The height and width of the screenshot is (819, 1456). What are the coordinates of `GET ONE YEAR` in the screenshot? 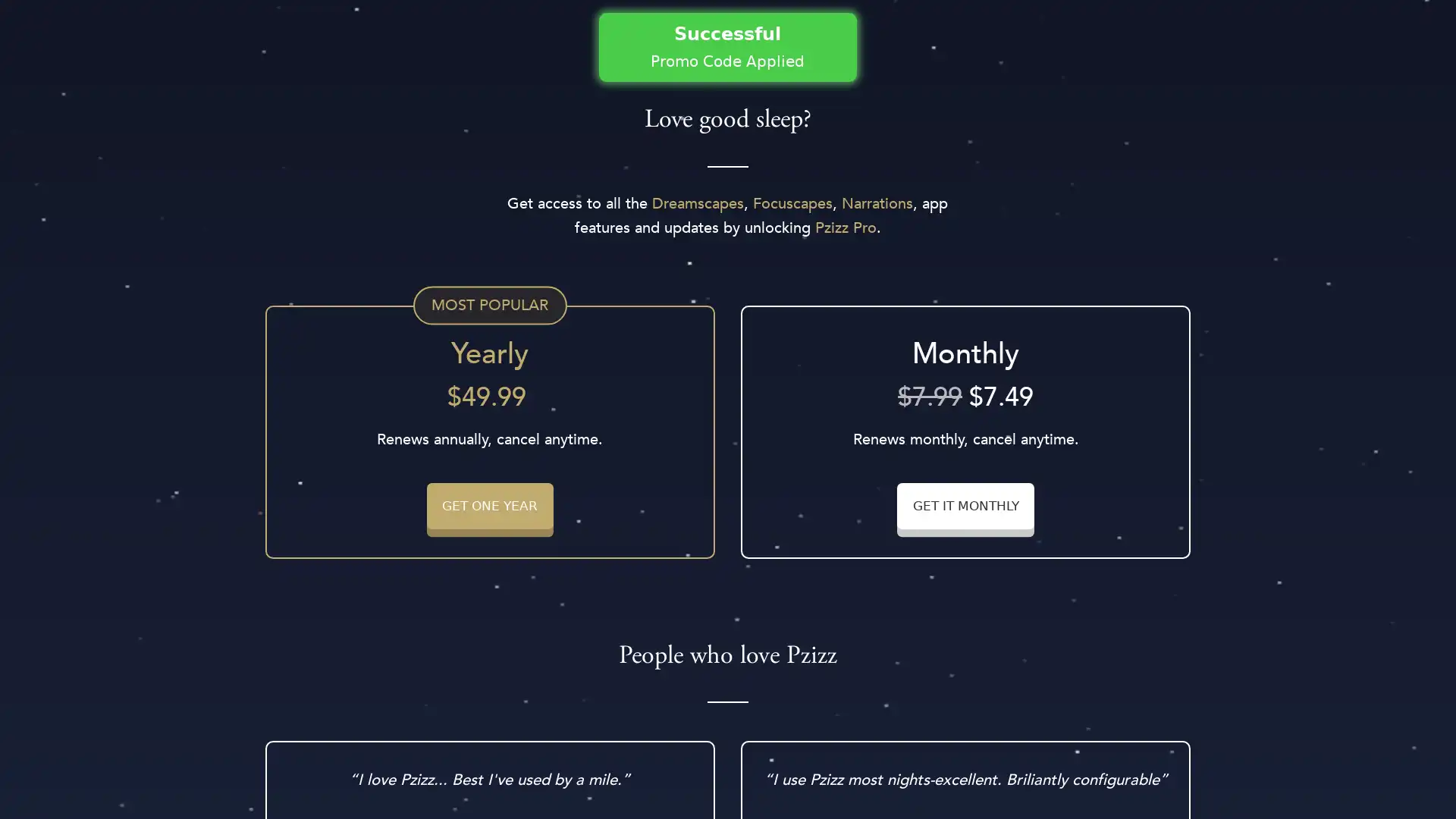 It's located at (489, 505).